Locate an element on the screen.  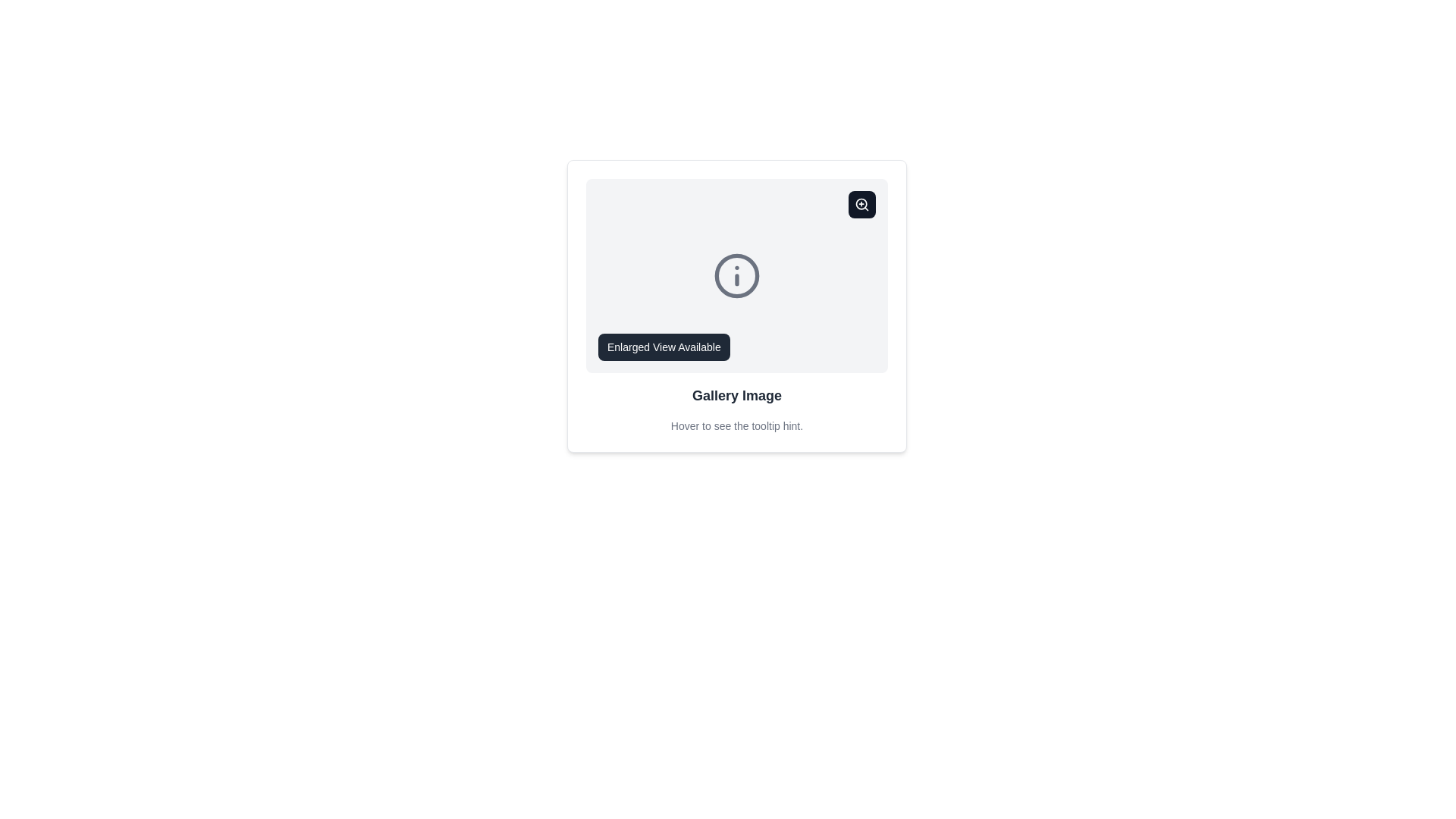
the circular magnifying glass icon button located at the top-right corner of the gray card interface to receive a tooltip or visual feedback is located at coordinates (862, 205).